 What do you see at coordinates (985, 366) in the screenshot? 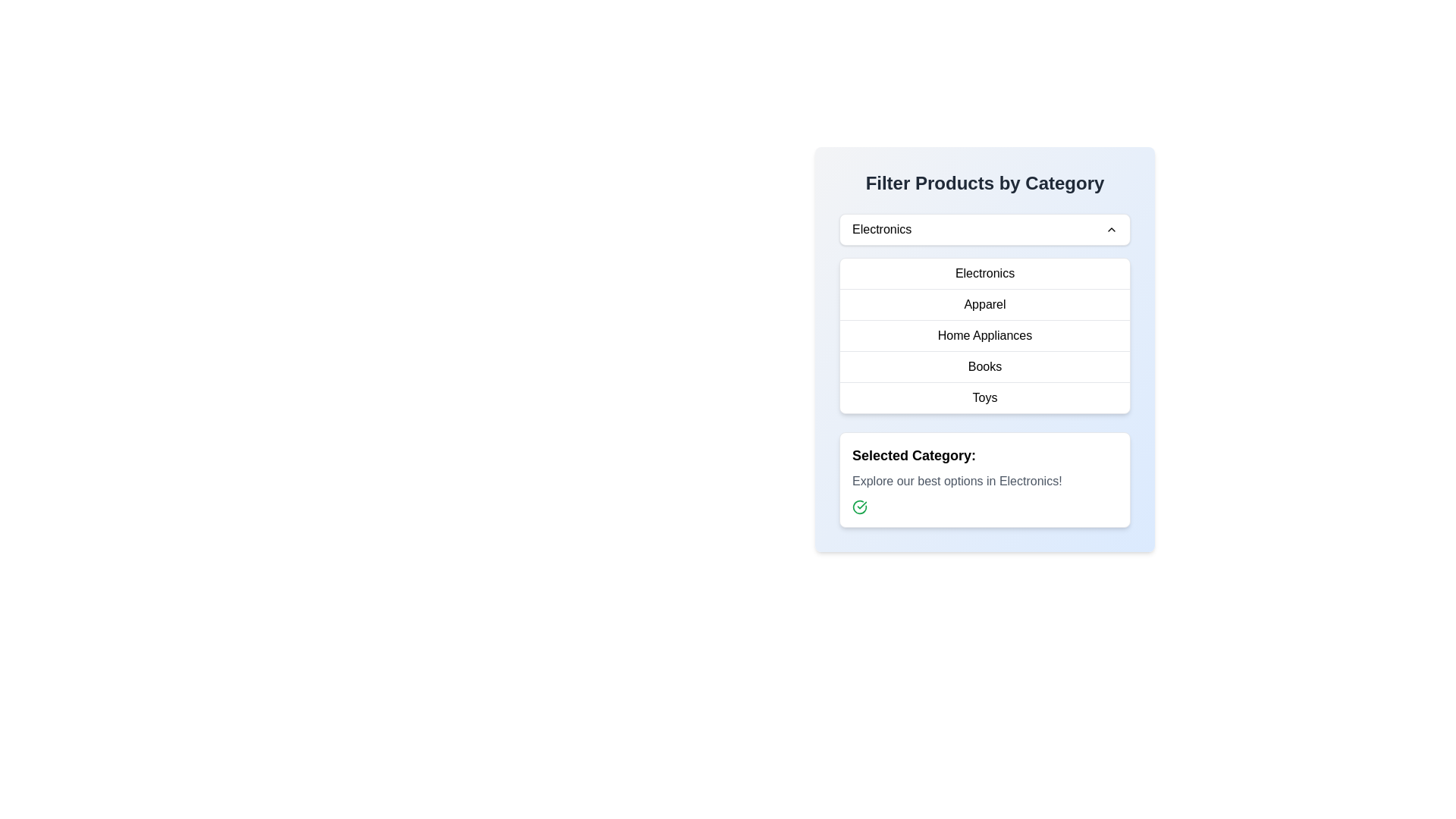
I see `the 'Books' label-like button, which is the fourth entry in a vertically stacked list of buttons, featuring a white background with a hover effect that changes to light blue` at bounding box center [985, 366].